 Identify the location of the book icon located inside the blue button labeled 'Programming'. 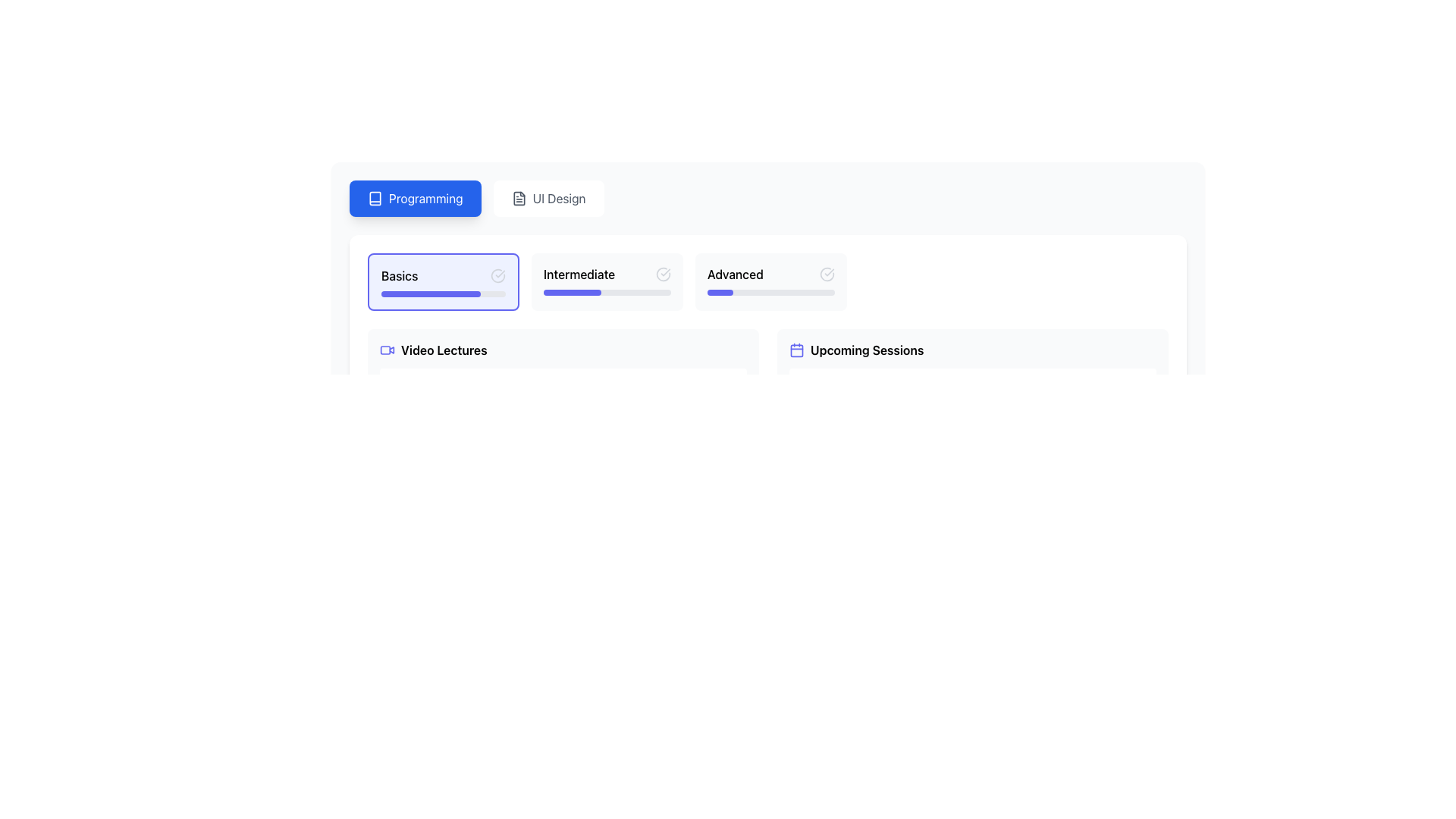
(375, 198).